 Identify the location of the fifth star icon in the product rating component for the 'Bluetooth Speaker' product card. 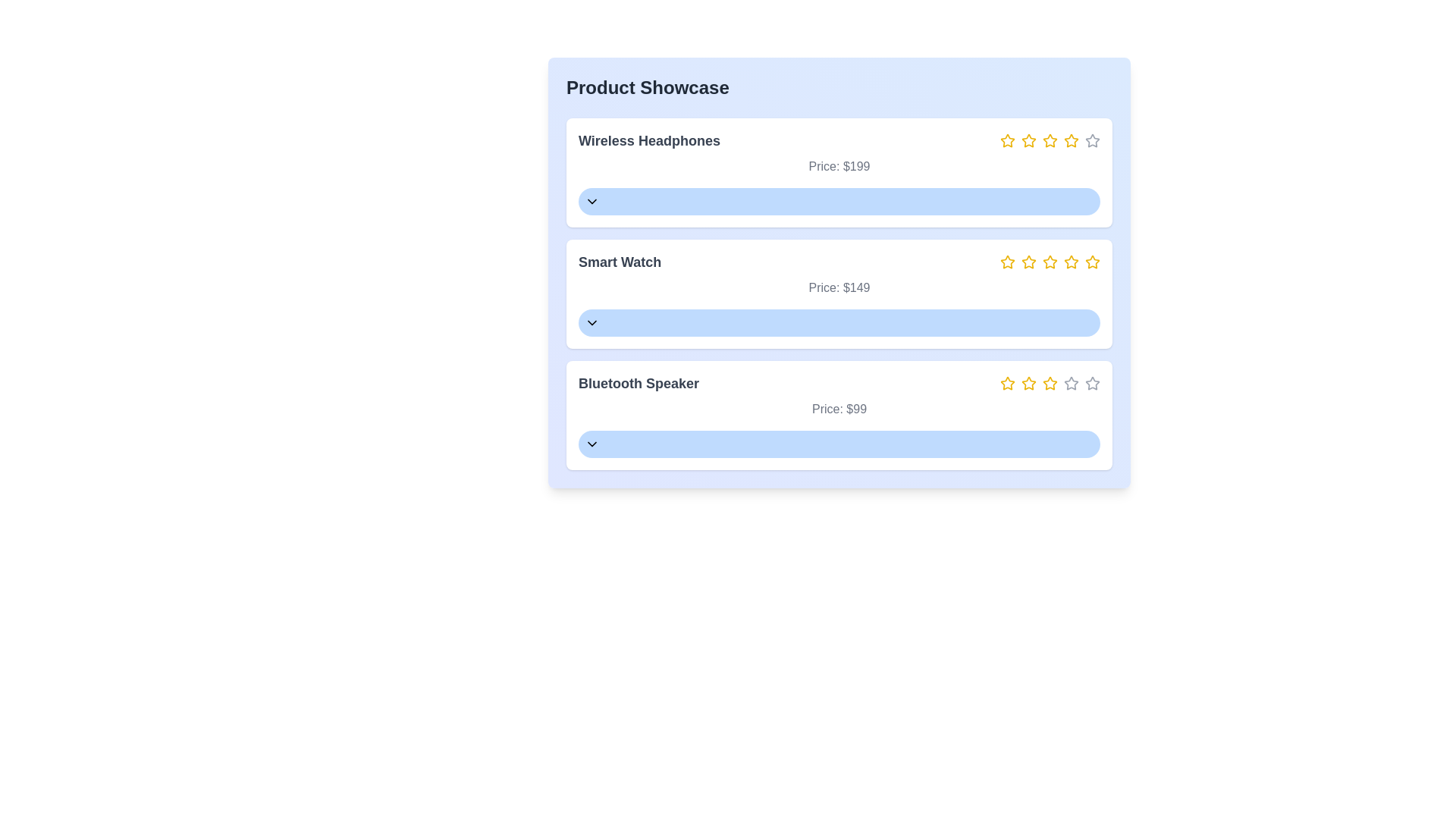
(1092, 382).